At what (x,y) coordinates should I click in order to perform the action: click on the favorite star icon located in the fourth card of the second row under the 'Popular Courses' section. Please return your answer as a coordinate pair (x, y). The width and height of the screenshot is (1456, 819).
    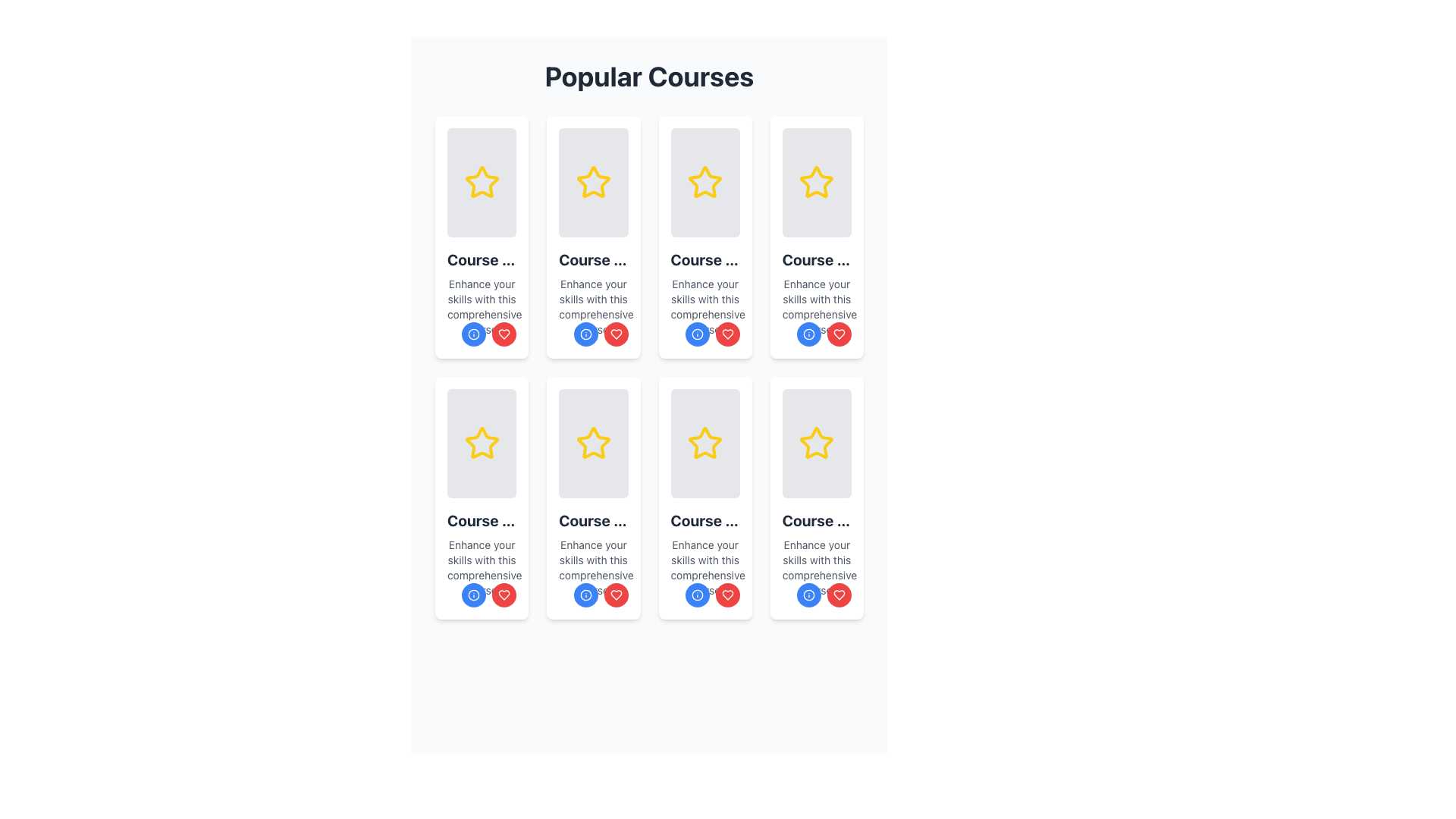
    Looking at the image, I should click on (704, 443).